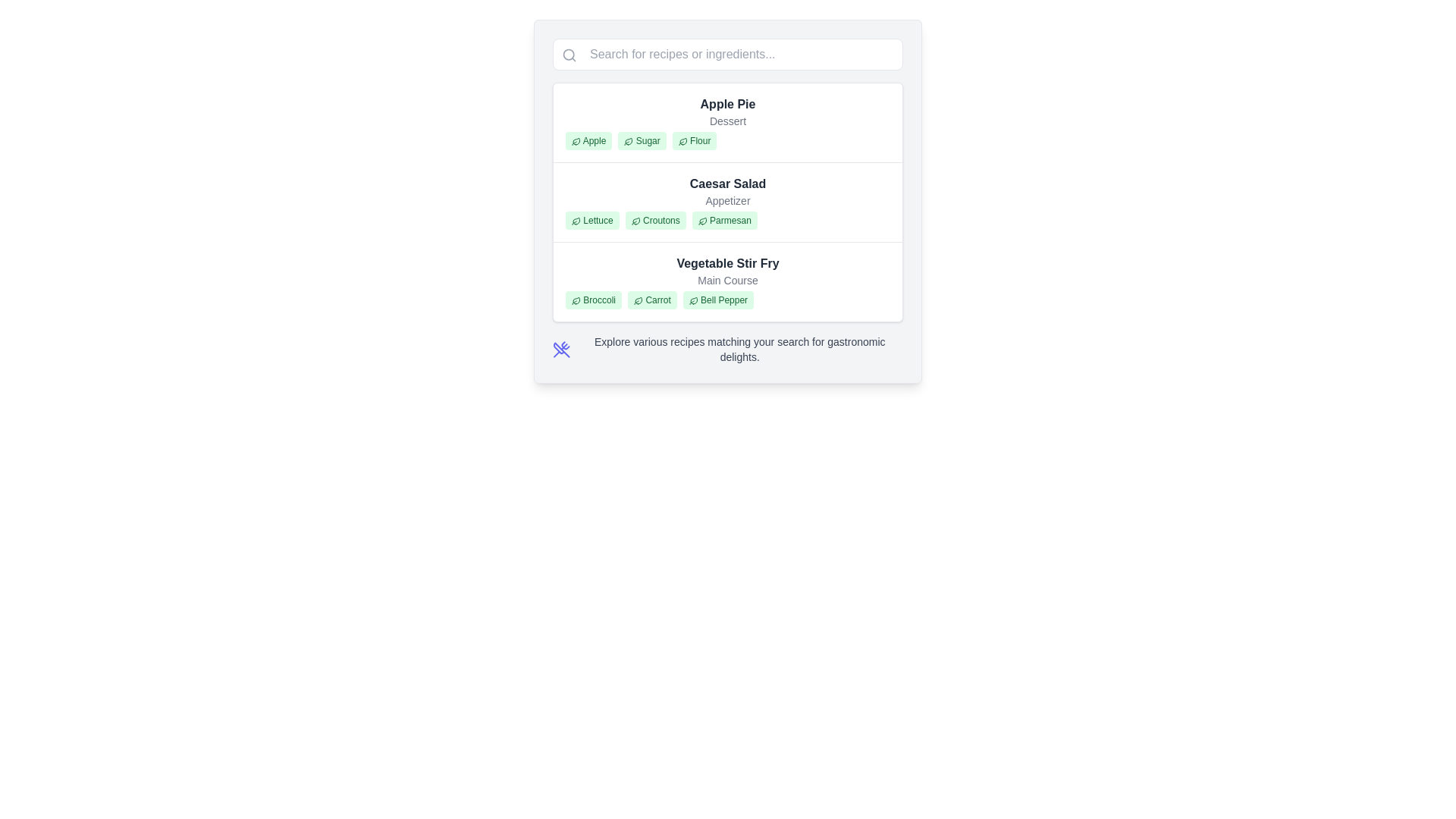 Image resolution: width=1456 pixels, height=819 pixels. I want to click on the small green leaf icon associated with the 'Croutons' label in the Caesar Salad section, so click(635, 221).